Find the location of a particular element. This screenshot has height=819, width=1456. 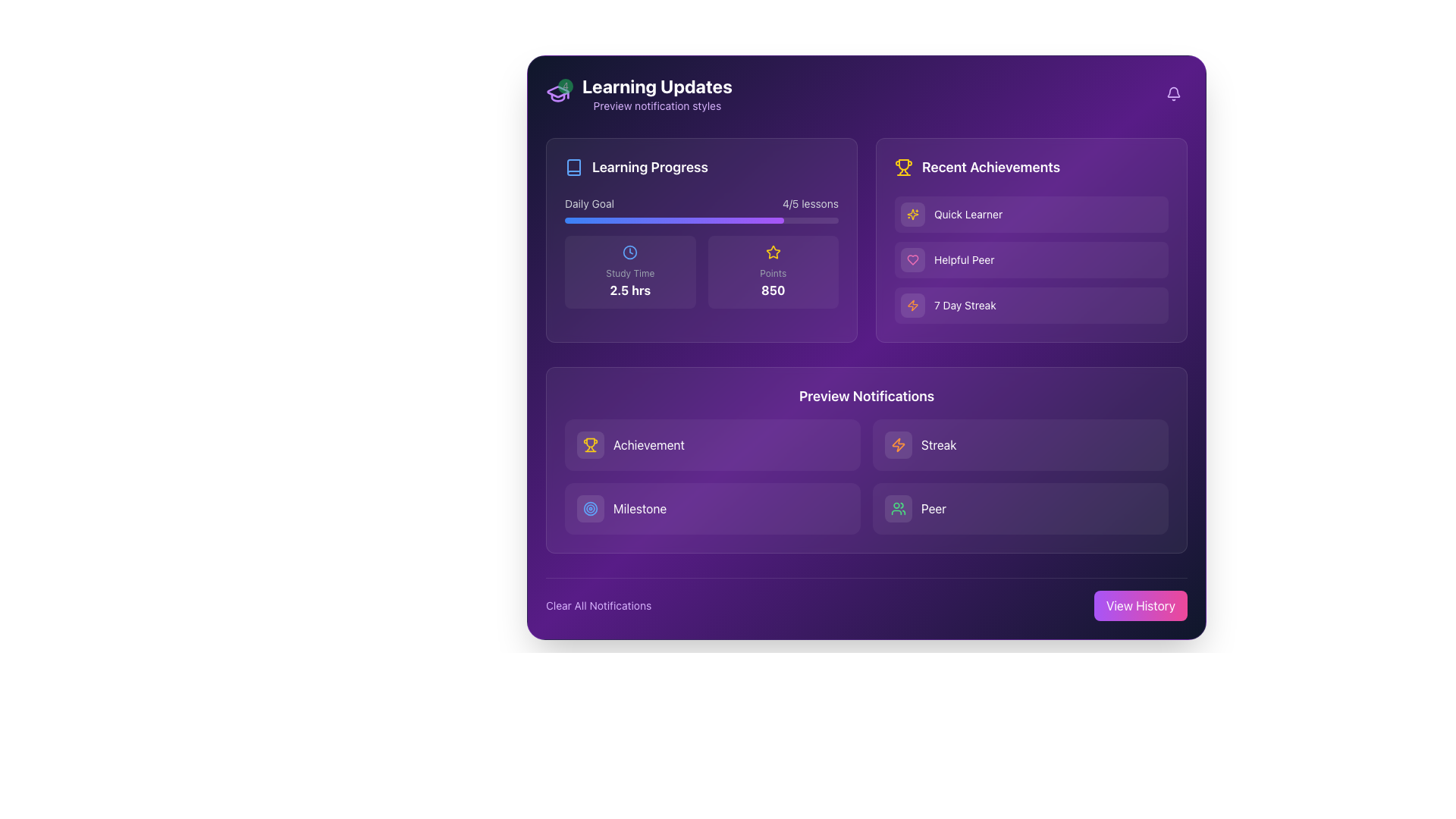

the informational Text label indicating the Daily Goal in the Learning Progress section, located near the progress '4/5 lessons' is located at coordinates (588, 203).